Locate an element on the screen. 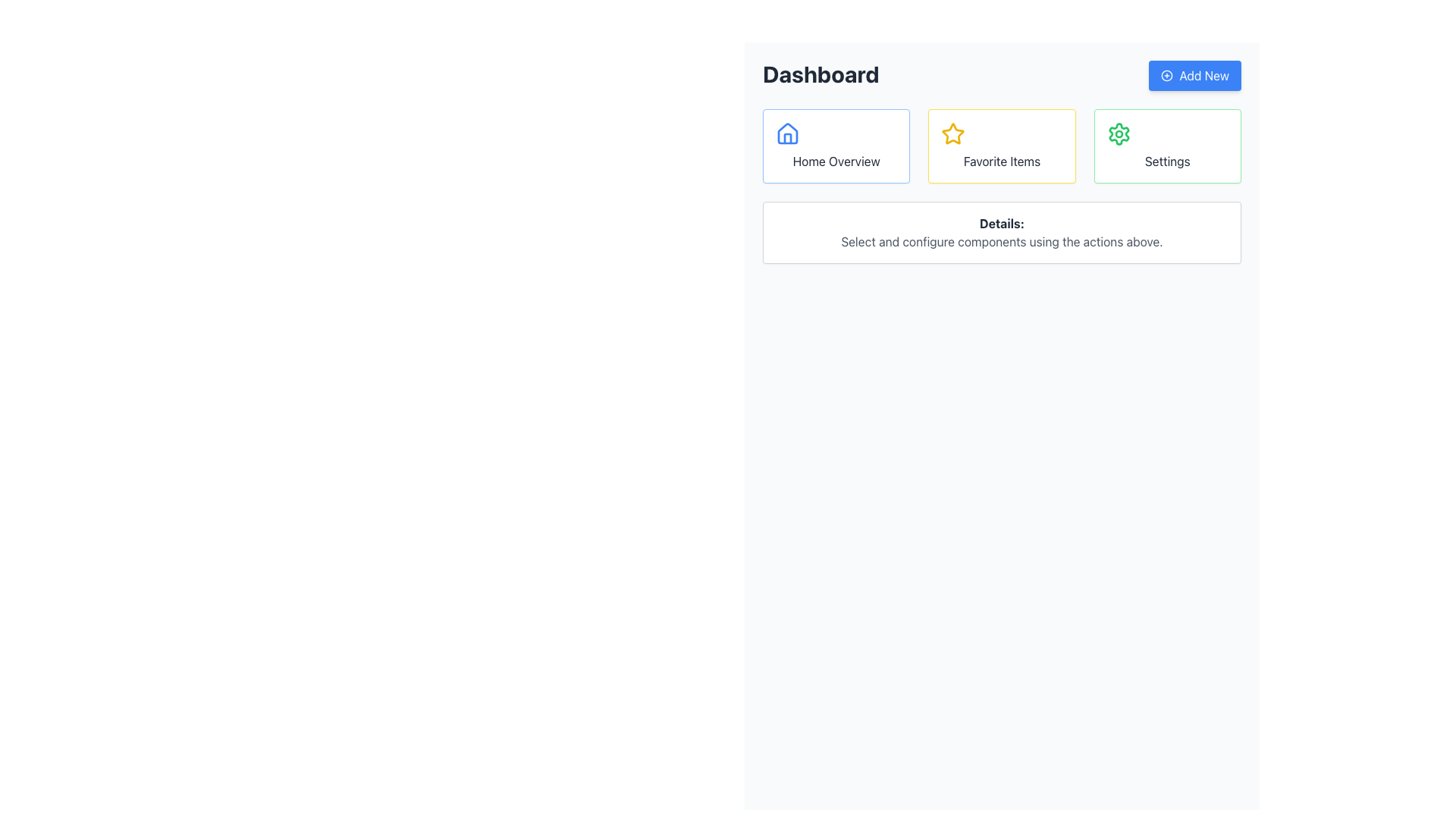 This screenshot has width=1456, height=819. the star icon located at the top-center of the 'Favorite Items' card, which indicates importance or favoritism is located at coordinates (952, 133).